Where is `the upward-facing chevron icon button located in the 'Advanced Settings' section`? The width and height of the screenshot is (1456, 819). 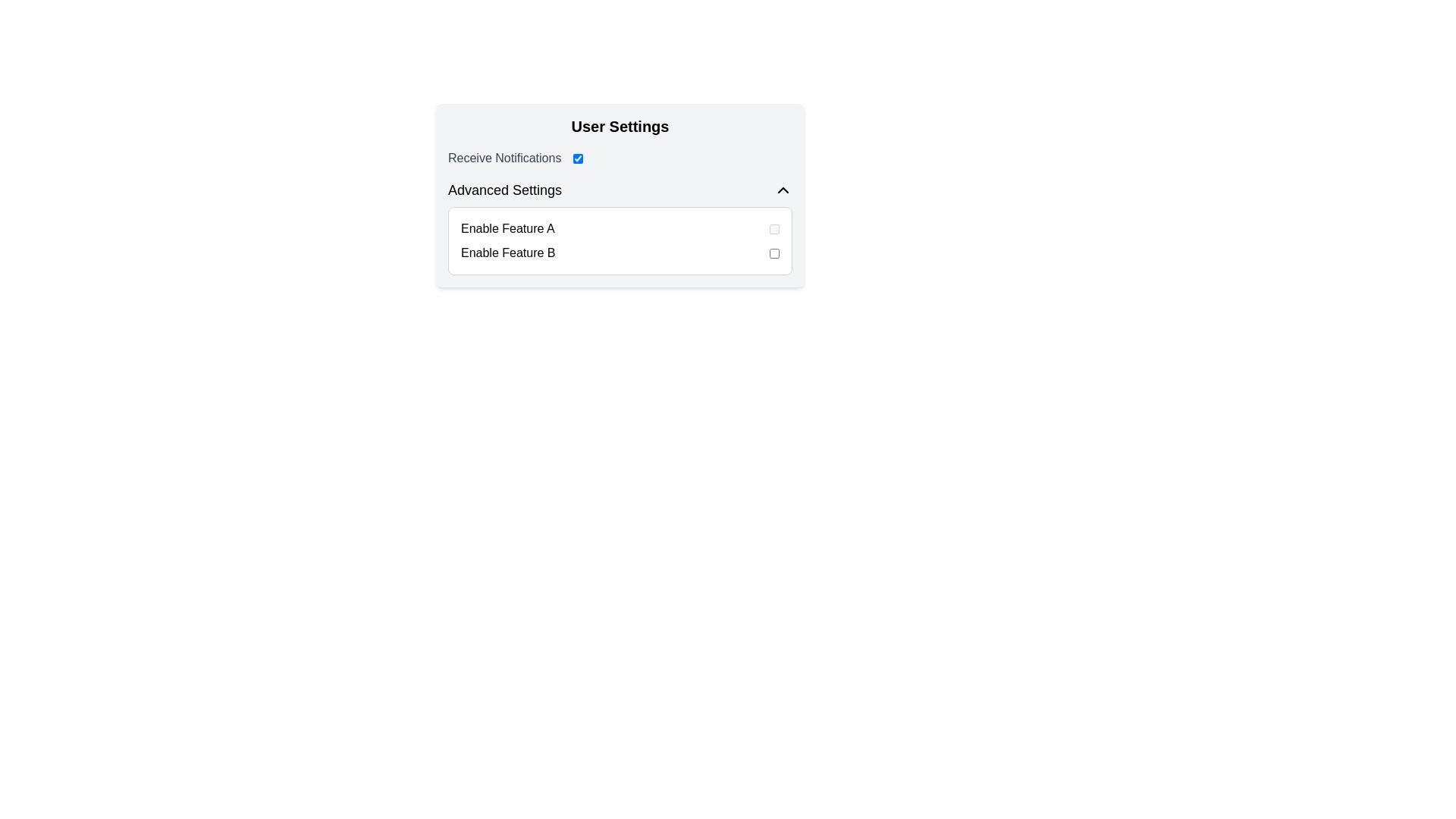
the upward-facing chevron icon button located in the 'Advanced Settings' section is located at coordinates (783, 189).